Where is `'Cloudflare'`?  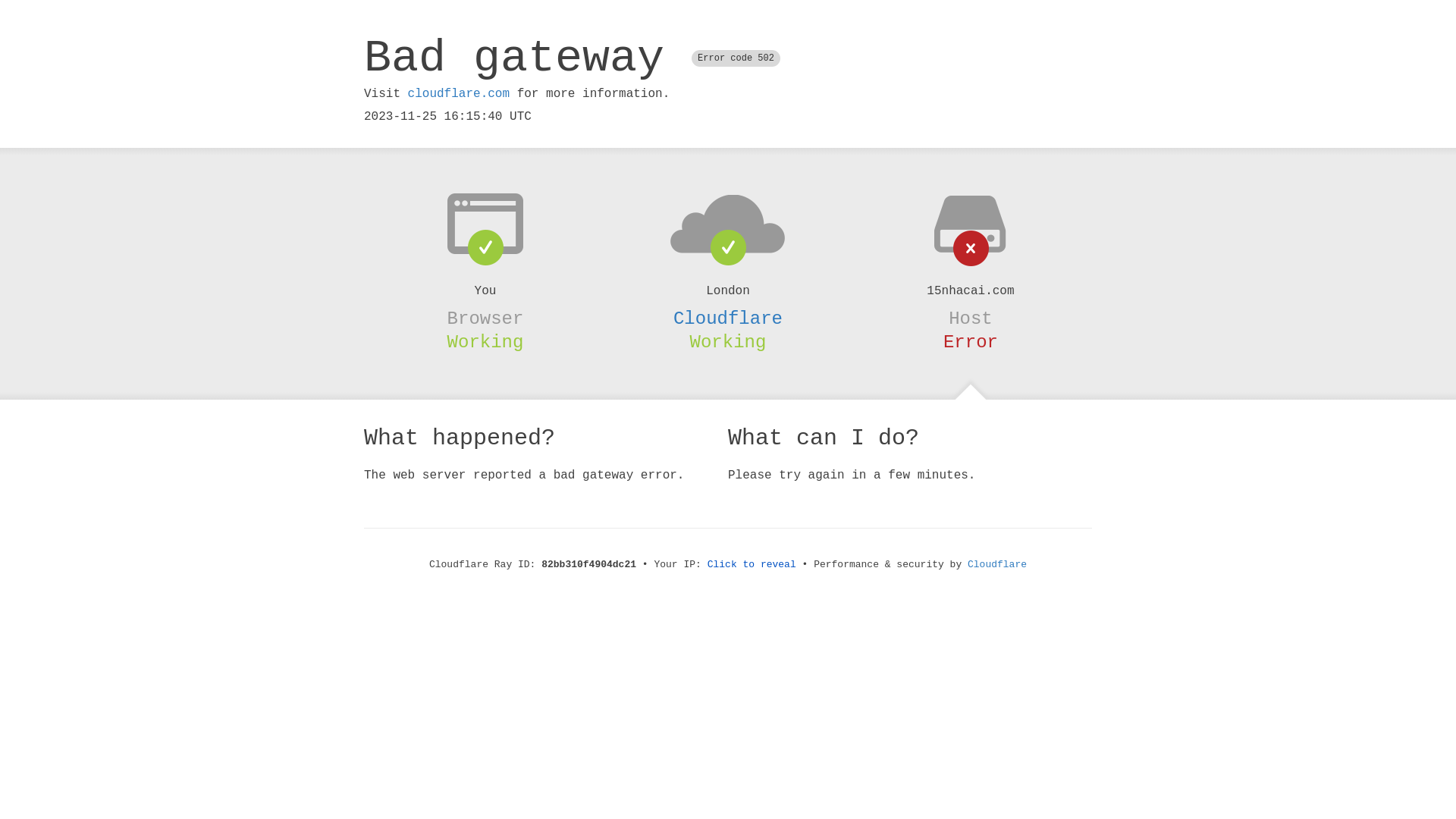
'Cloudflare' is located at coordinates (728, 318).